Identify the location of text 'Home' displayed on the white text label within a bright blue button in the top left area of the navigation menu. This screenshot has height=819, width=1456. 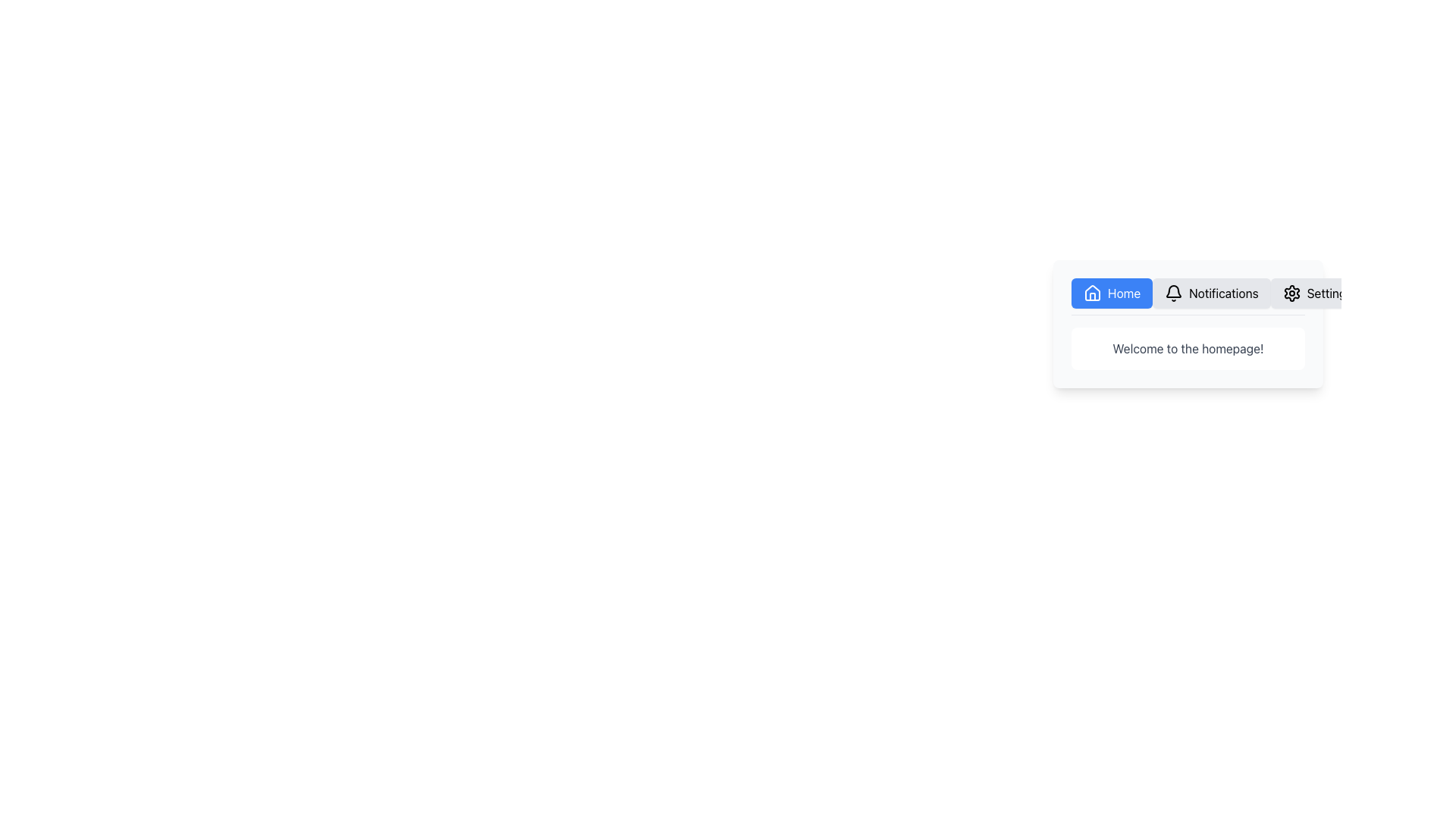
(1124, 293).